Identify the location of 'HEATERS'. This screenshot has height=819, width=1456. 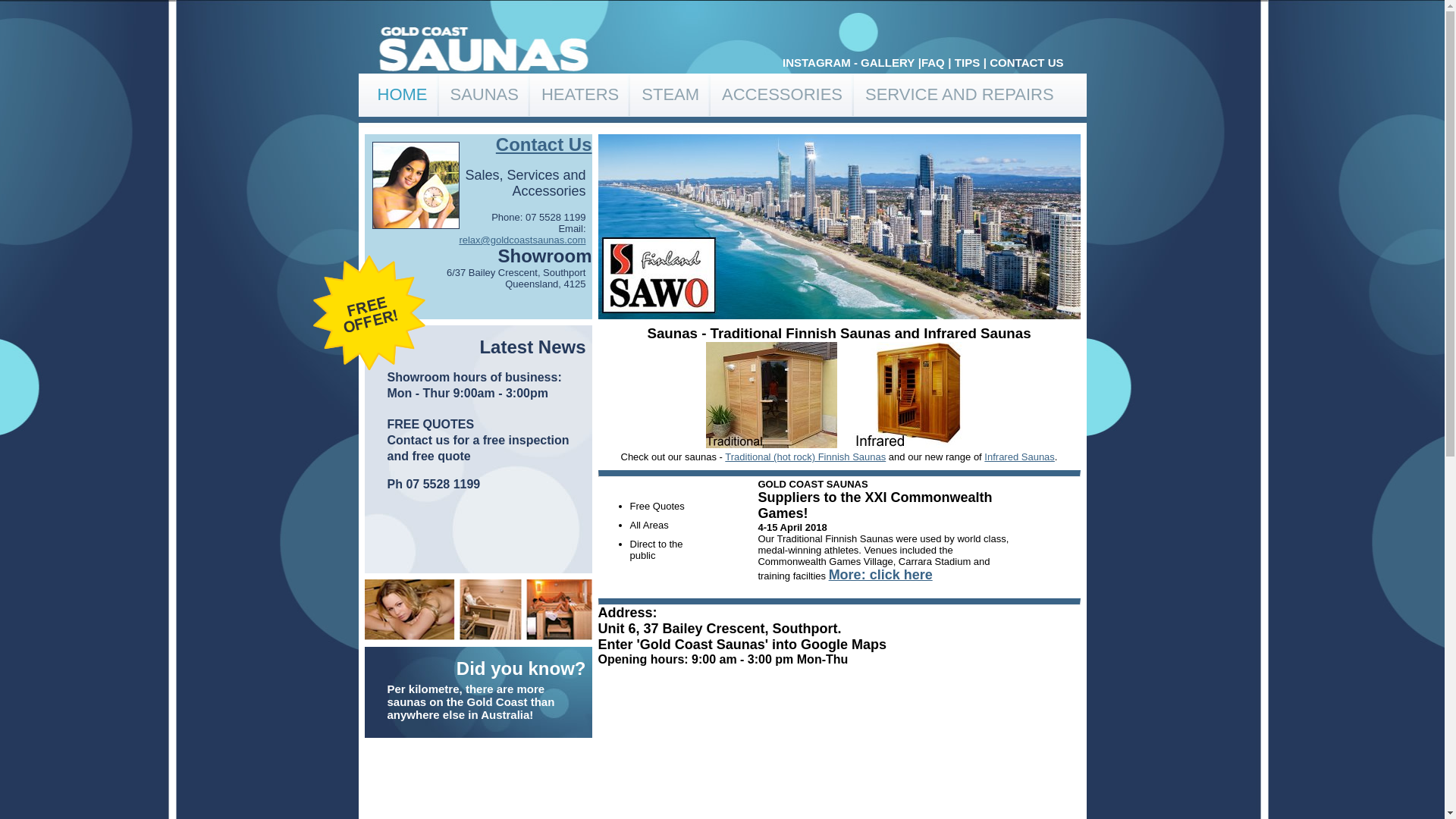
(579, 94).